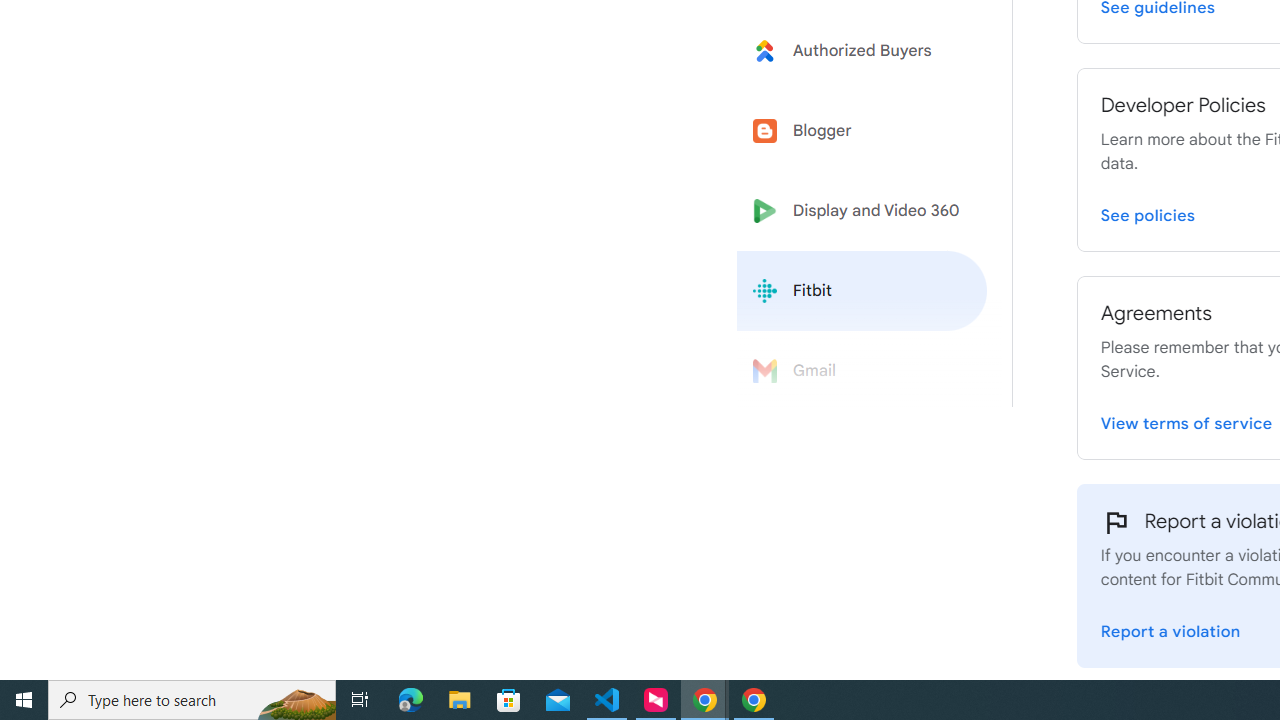  Describe the element at coordinates (1148, 212) in the screenshot. I see `'View Fitbit Developer Policies page'` at that location.